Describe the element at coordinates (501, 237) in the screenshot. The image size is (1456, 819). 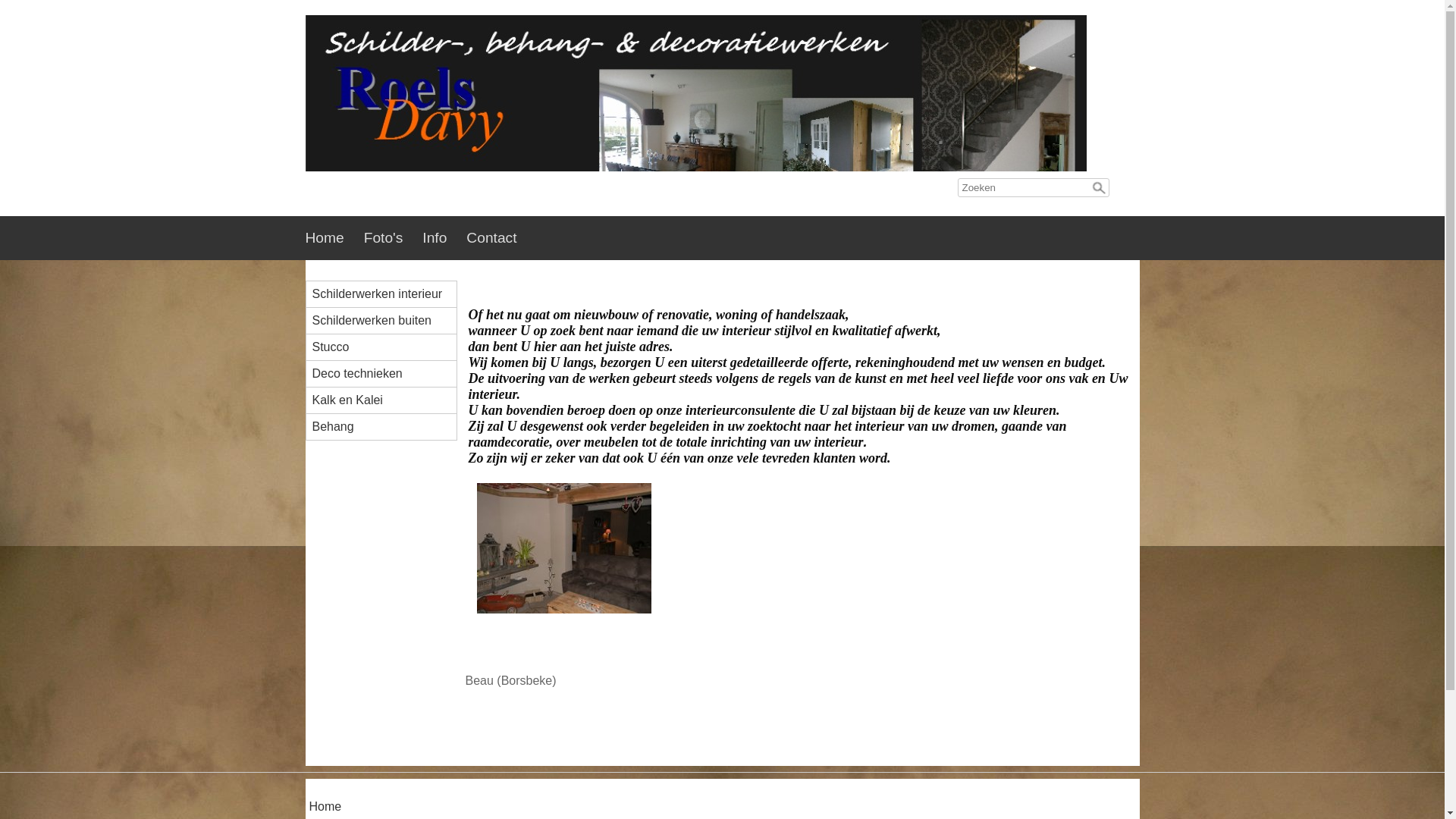
I see `'Contact'` at that location.